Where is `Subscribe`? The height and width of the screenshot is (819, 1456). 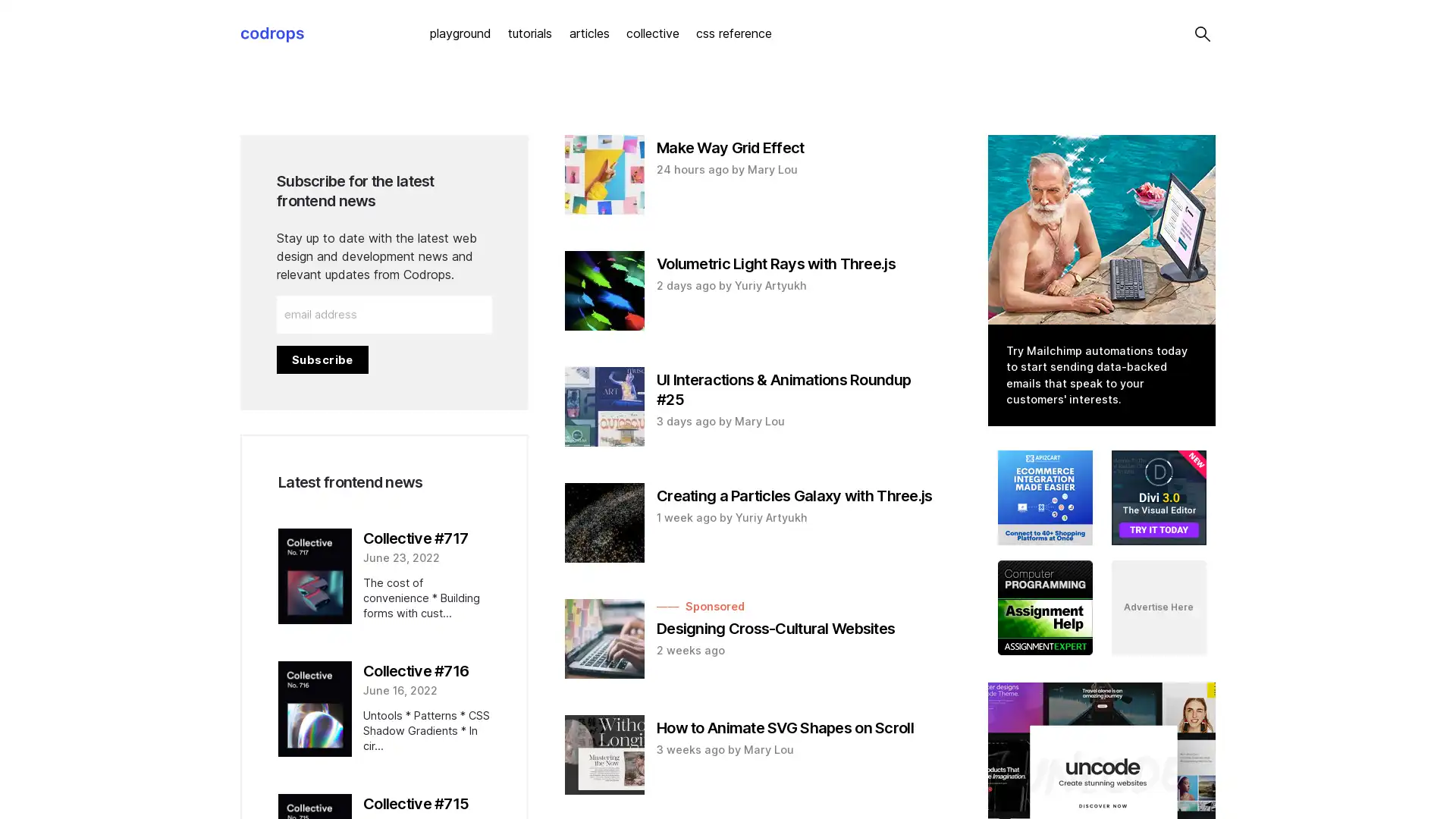
Subscribe is located at coordinates (322, 359).